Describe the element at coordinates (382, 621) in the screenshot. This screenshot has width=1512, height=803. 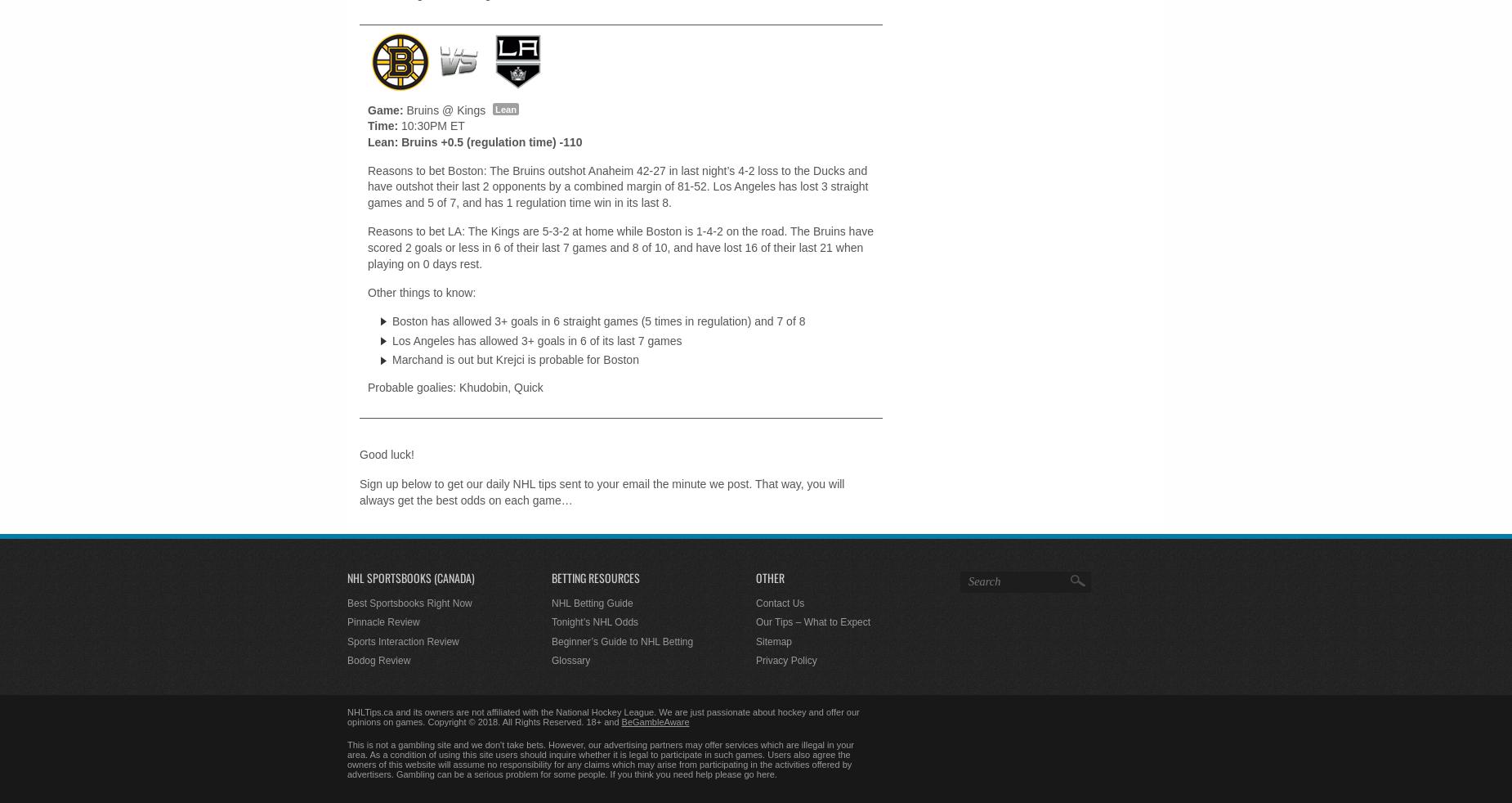
I see `'Pinnacle Review'` at that location.